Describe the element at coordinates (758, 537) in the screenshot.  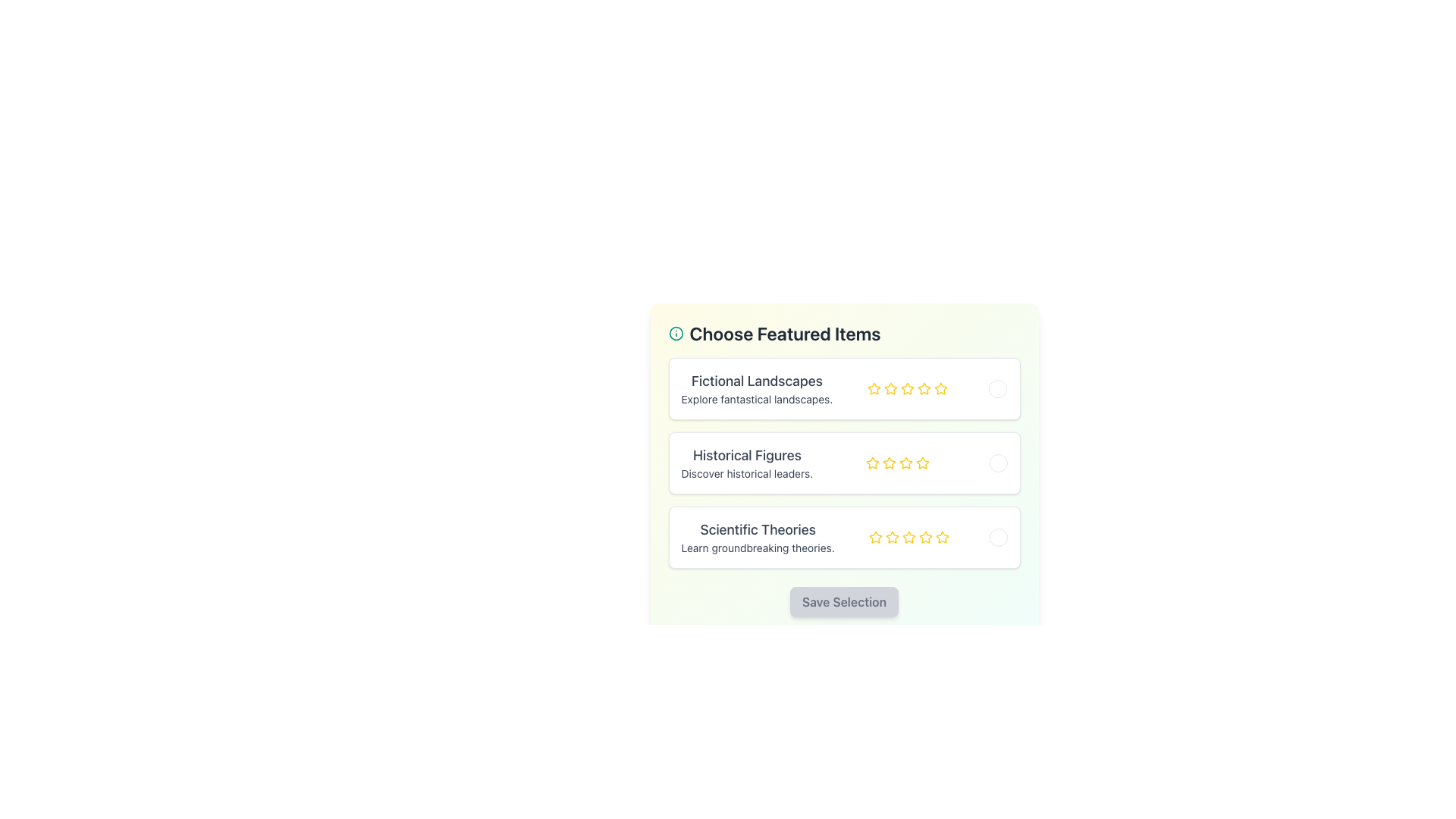
I see `the Text Block containing the title 'Scientific Theories' and the description 'Learn groundbreaking theories.' in the 'Choose Featured Items' section` at that location.